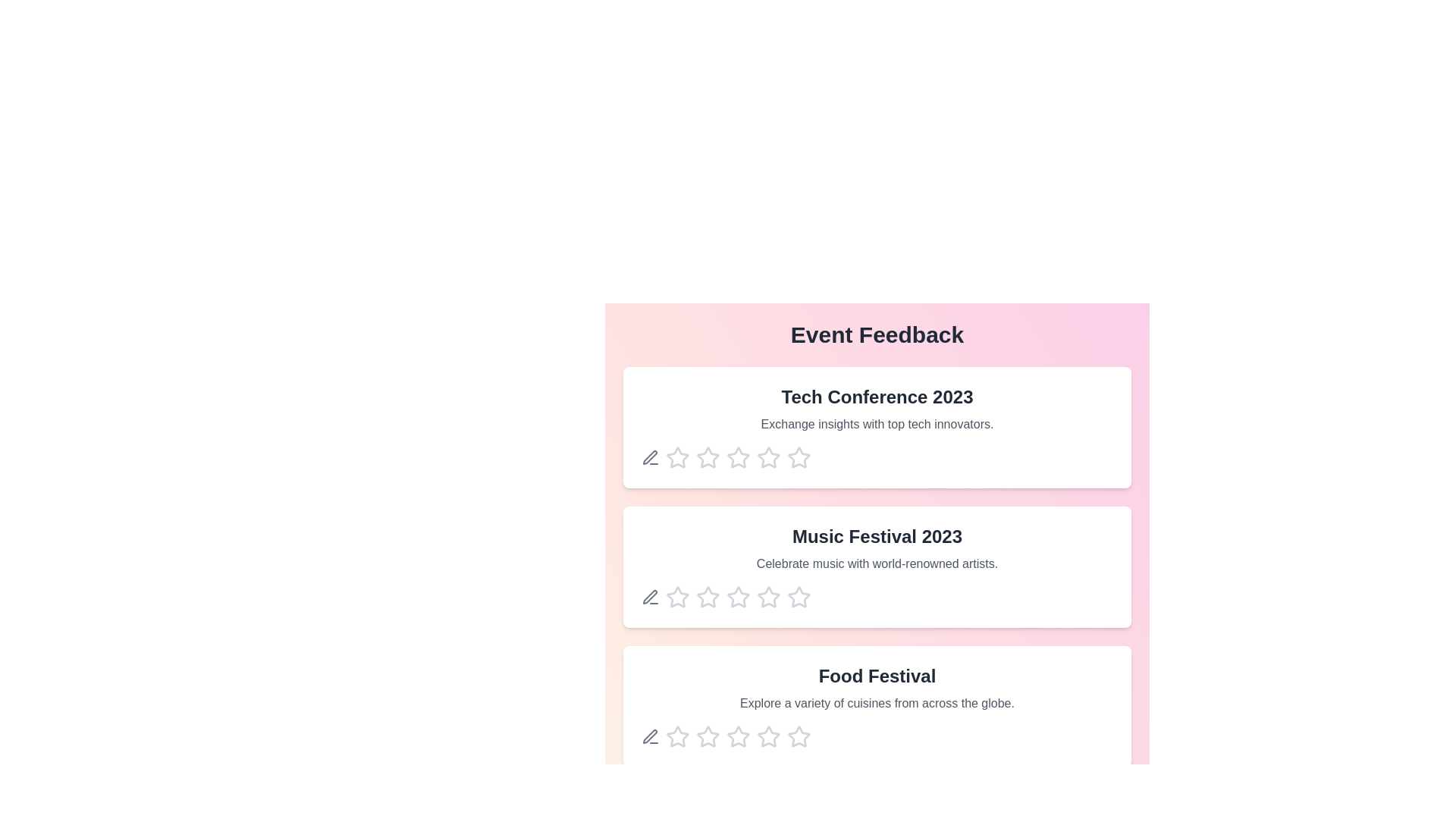 This screenshot has width=1456, height=819. Describe the element at coordinates (877, 427) in the screenshot. I see `the event card for Tech Conference 2023` at that location.